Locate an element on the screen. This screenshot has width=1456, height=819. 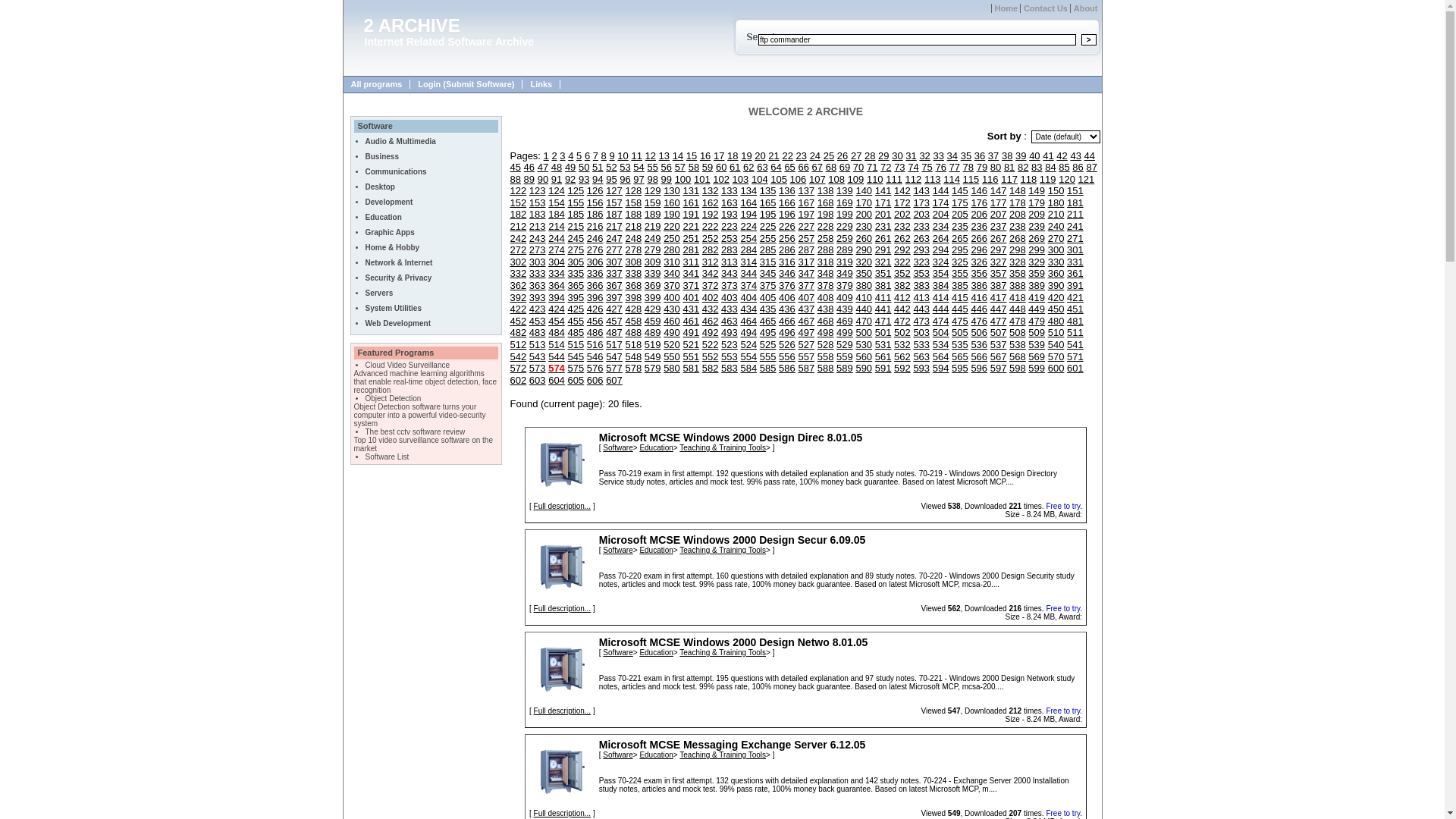
'20' is located at coordinates (760, 155).